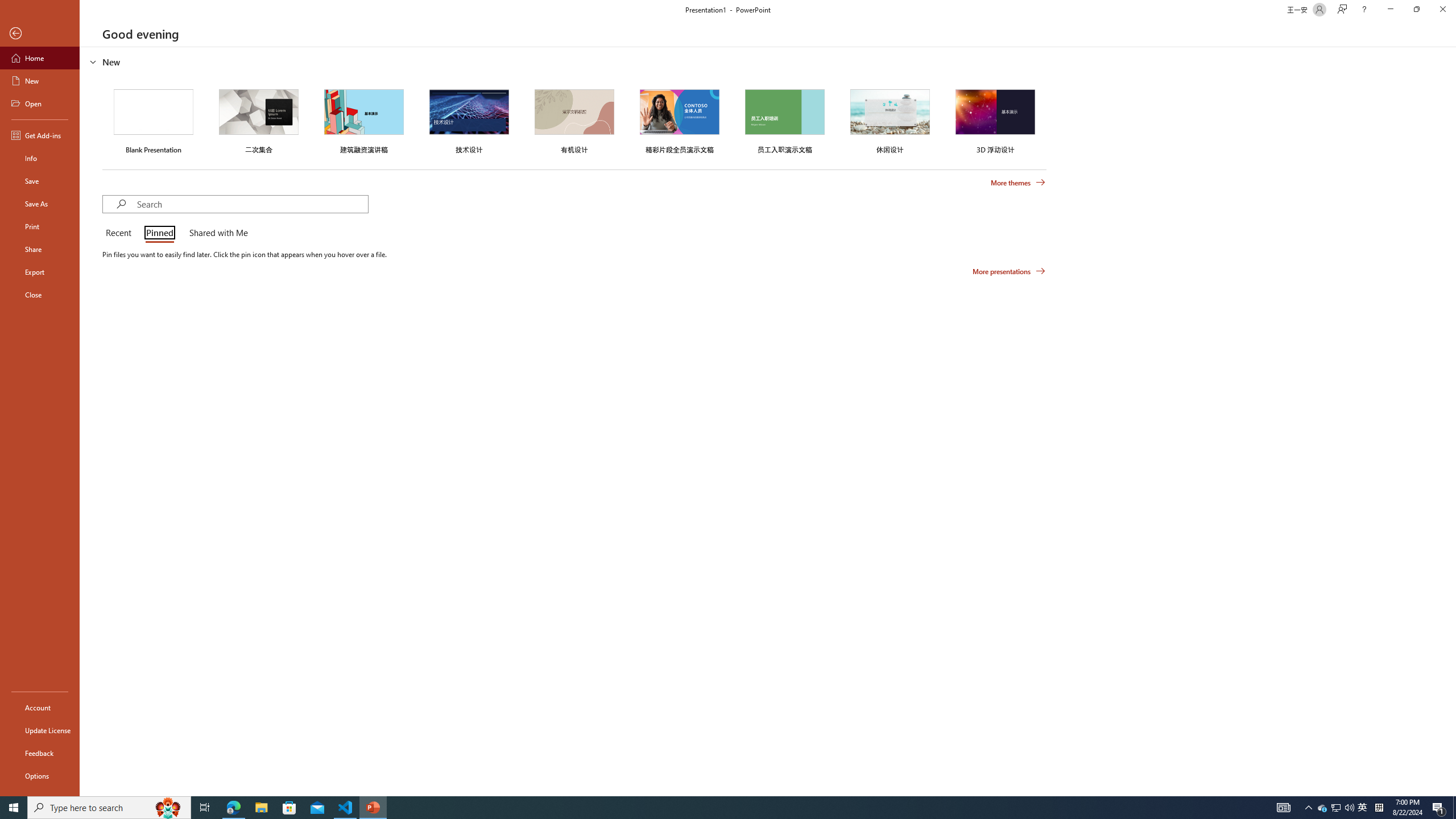 The width and height of the screenshot is (1456, 819). I want to click on 'Pinned', so click(159, 233).